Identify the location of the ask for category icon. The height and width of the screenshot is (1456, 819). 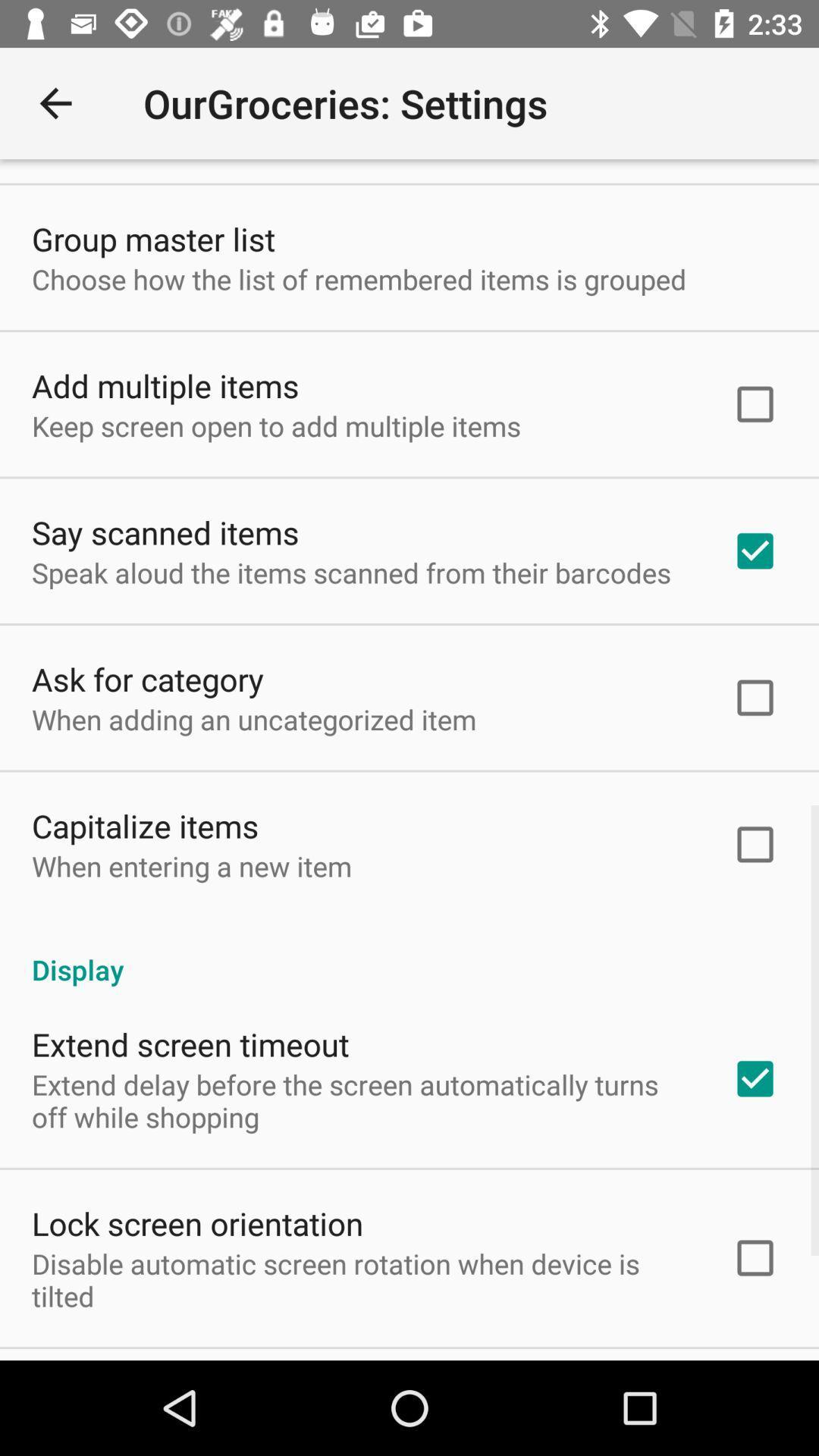
(148, 678).